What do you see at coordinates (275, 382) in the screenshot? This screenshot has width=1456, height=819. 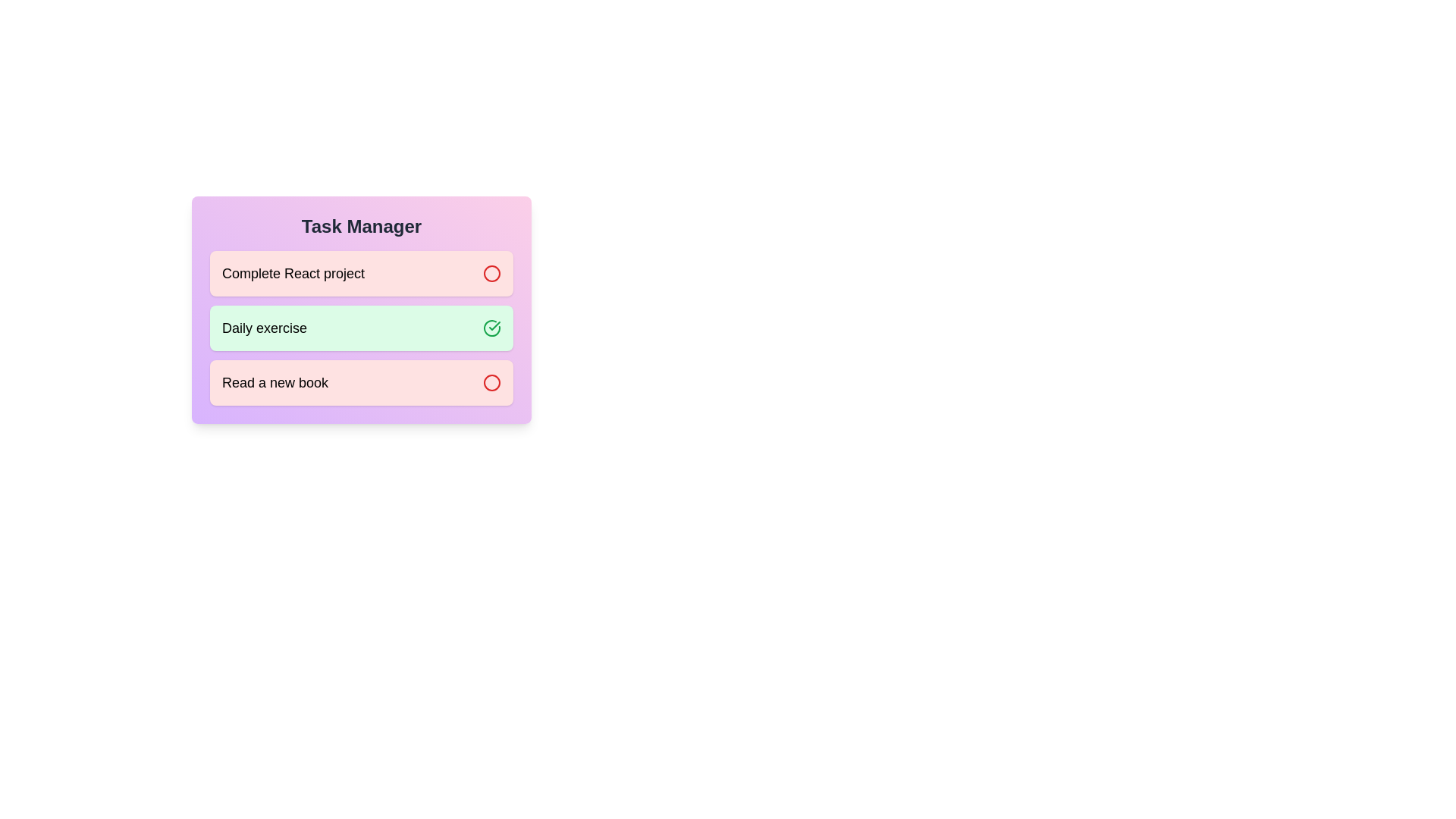 I see `the task label text for the task Read a new book` at bounding box center [275, 382].